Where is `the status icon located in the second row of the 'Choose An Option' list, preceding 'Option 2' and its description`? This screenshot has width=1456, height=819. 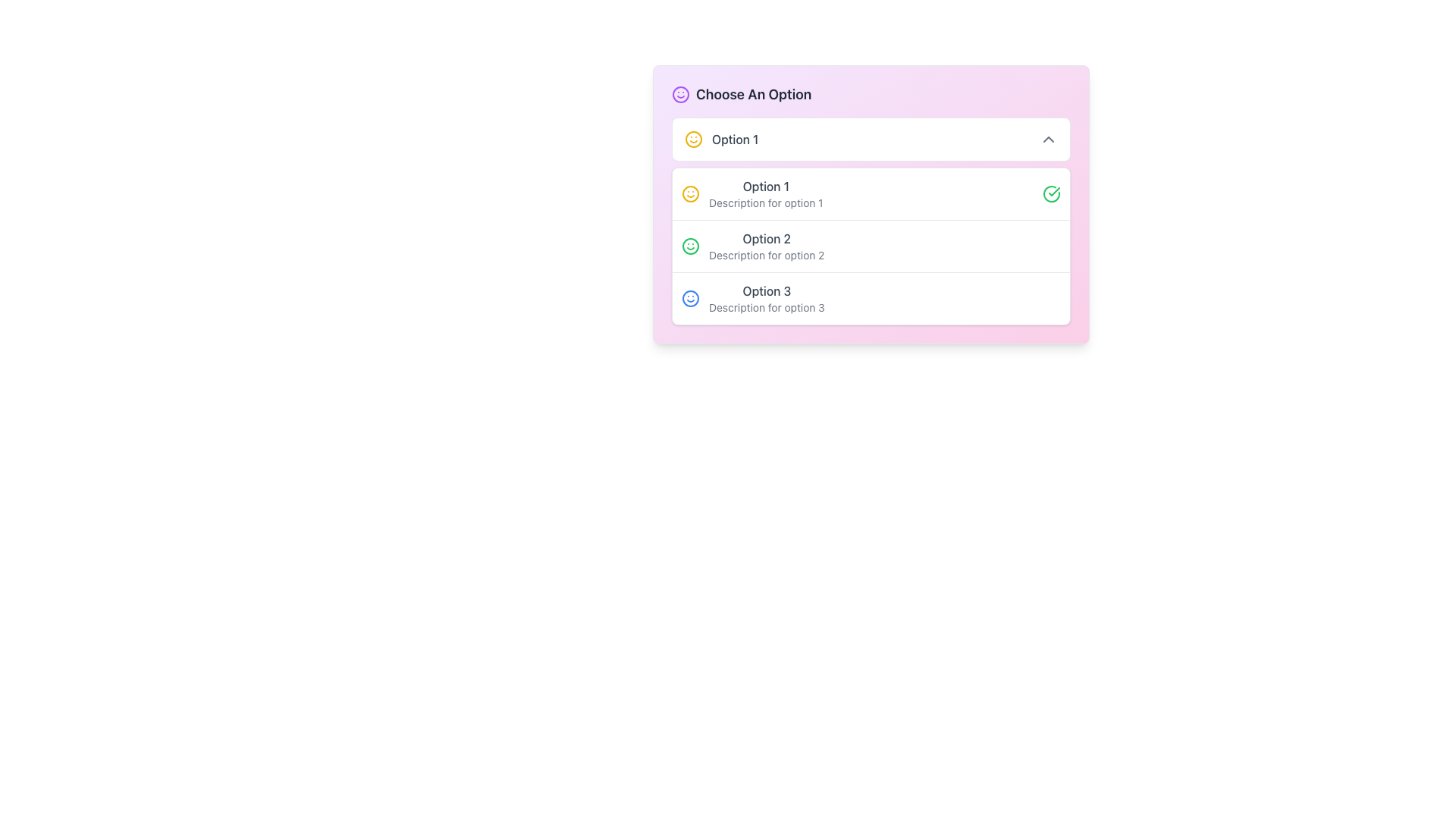 the status icon located in the second row of the 'Choose An Option' list, preceding 'Option 2' and its description is located at coordinates (690, 245).